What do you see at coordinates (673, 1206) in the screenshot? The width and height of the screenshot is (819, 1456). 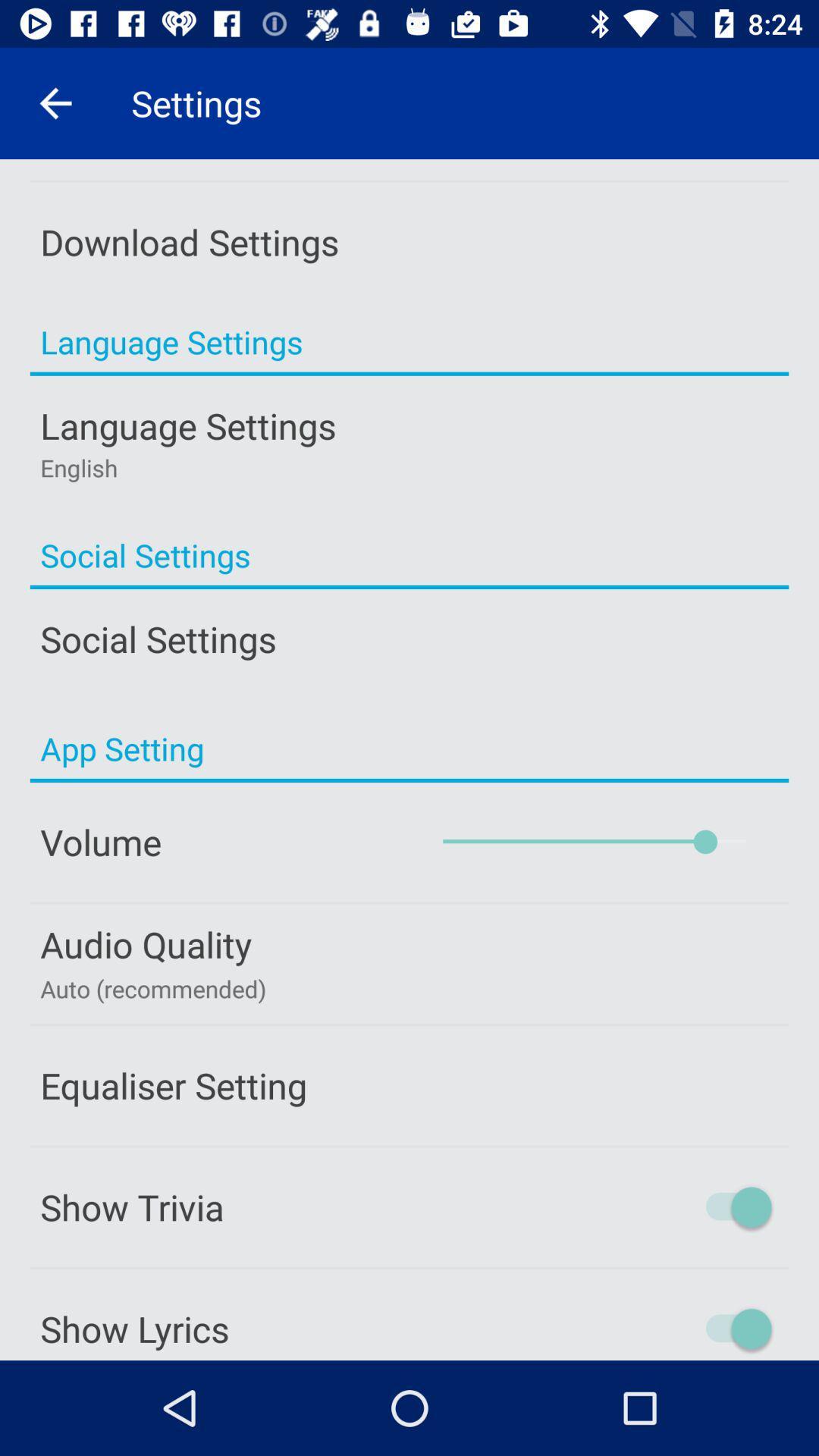 I see `show trivia option` at bounding box center [673, 1206].